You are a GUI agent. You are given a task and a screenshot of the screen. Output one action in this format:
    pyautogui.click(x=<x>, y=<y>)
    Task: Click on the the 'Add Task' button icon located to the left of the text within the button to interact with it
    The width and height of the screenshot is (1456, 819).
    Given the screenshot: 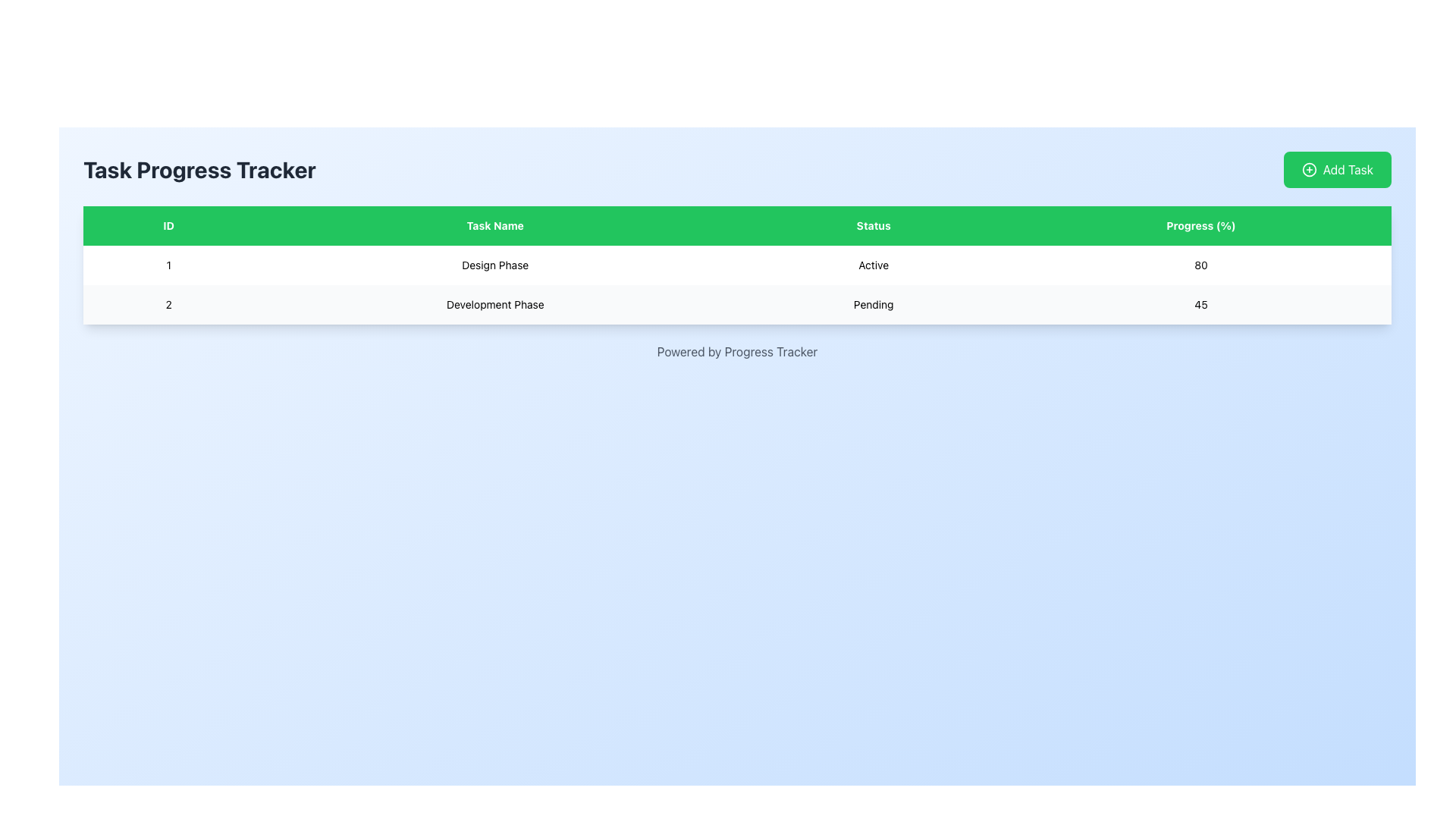 What is the action you would take?
    pyautogui.click(x=1308, y=169)
    